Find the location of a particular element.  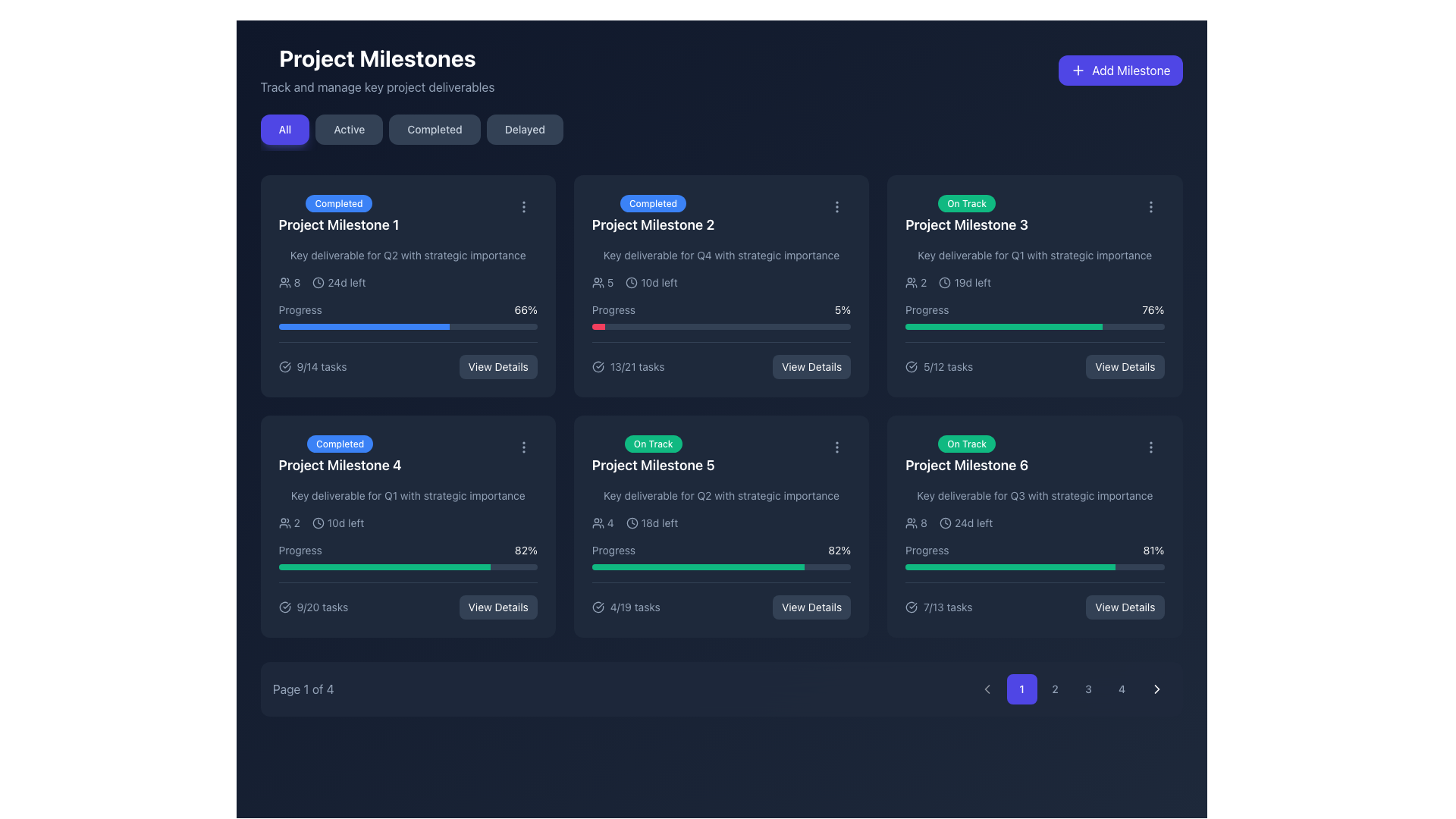

the Status badge indicating 'On Track' for the project milestone located in the 'Project Milestone 5' block, which is positioned directly above the title is located at coordinates (653, 444).